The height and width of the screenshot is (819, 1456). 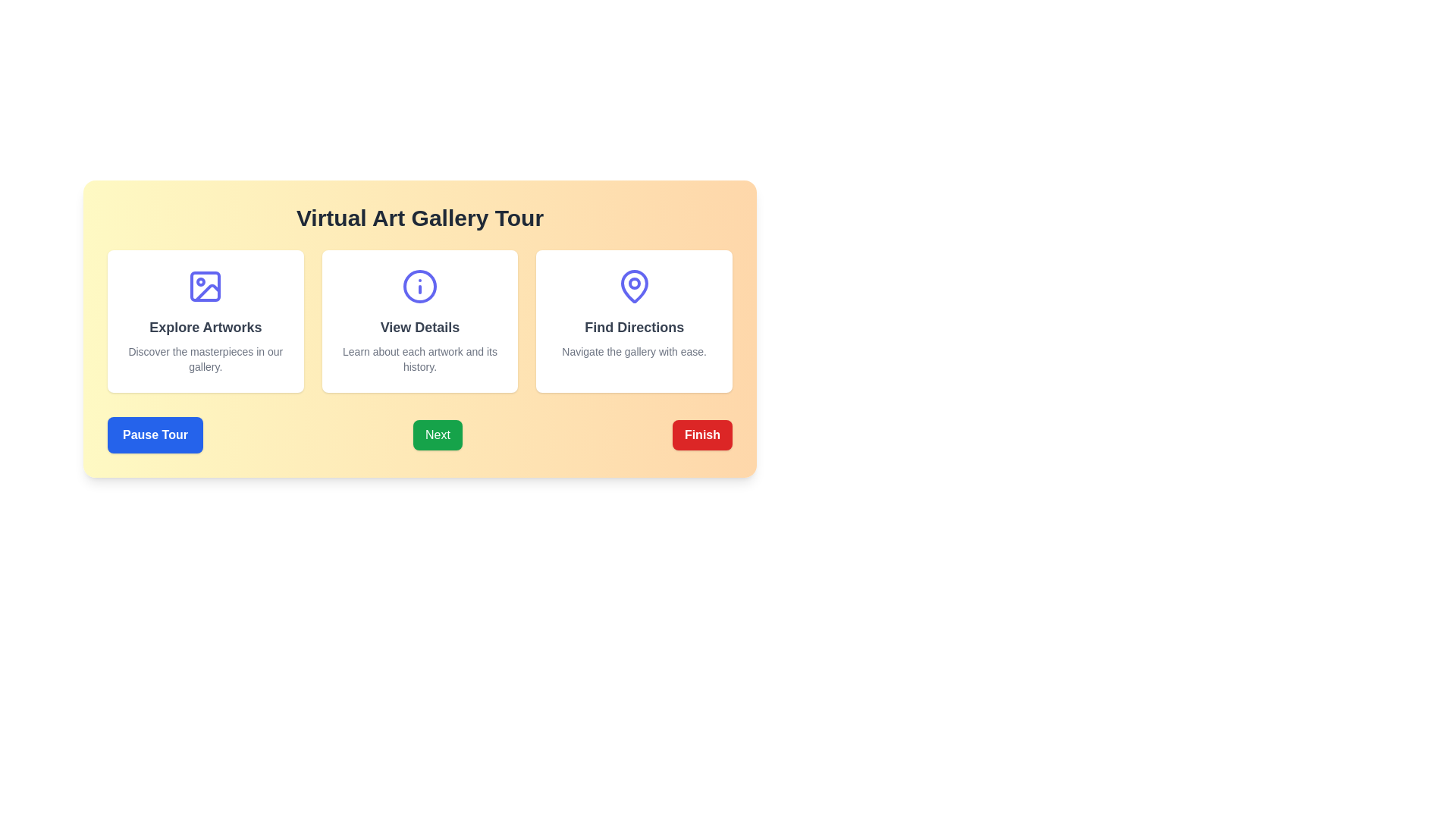 I want to click on the small circular graphical component with a thin border located at the center of the map pin icon in the rightmost card labeled 'Find Directions', so click(x=634, y=284).